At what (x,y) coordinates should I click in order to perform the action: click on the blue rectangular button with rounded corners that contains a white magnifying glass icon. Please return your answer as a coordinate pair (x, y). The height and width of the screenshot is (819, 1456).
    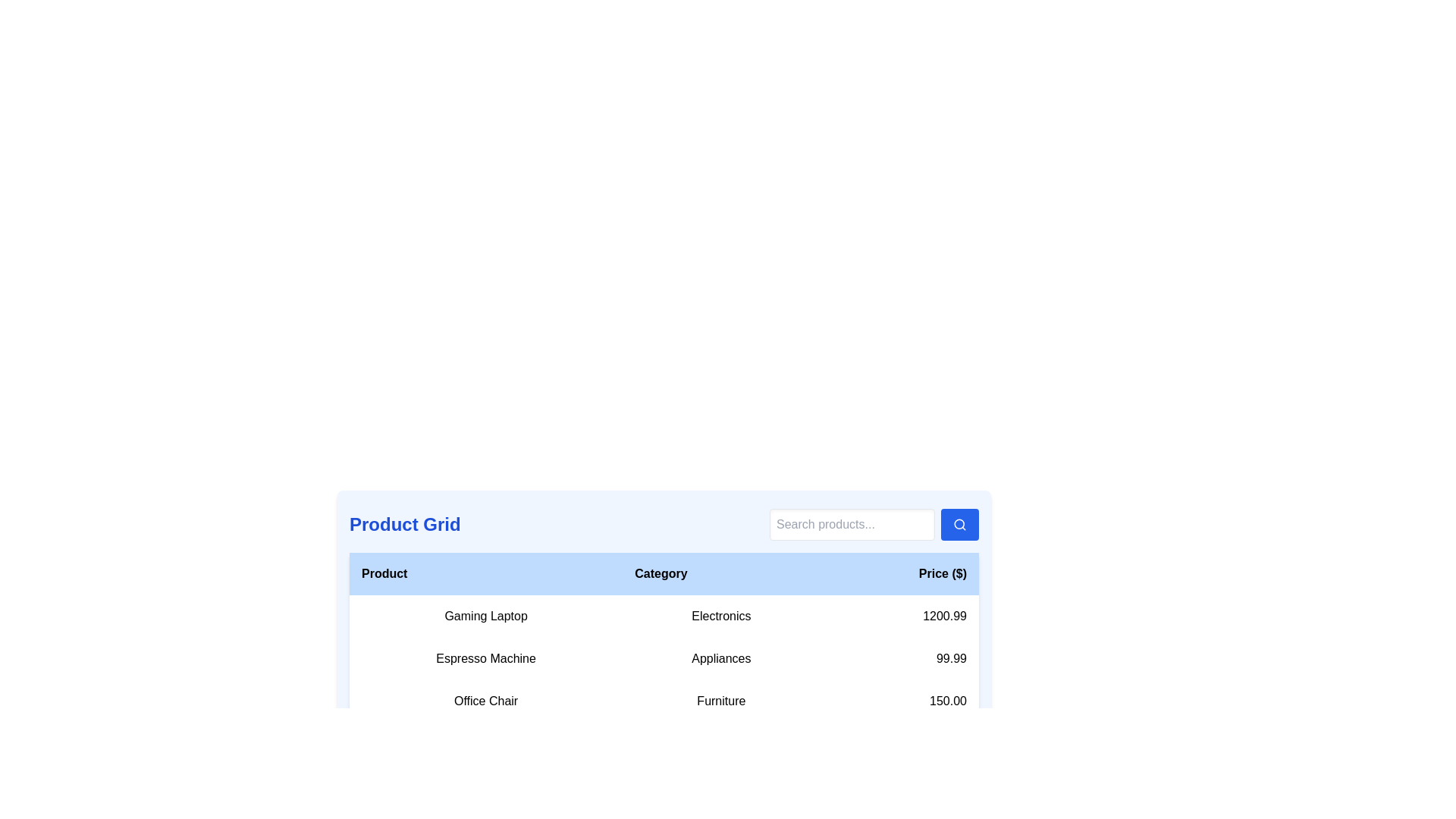
    Looking at the image, I should click on (959, 523).